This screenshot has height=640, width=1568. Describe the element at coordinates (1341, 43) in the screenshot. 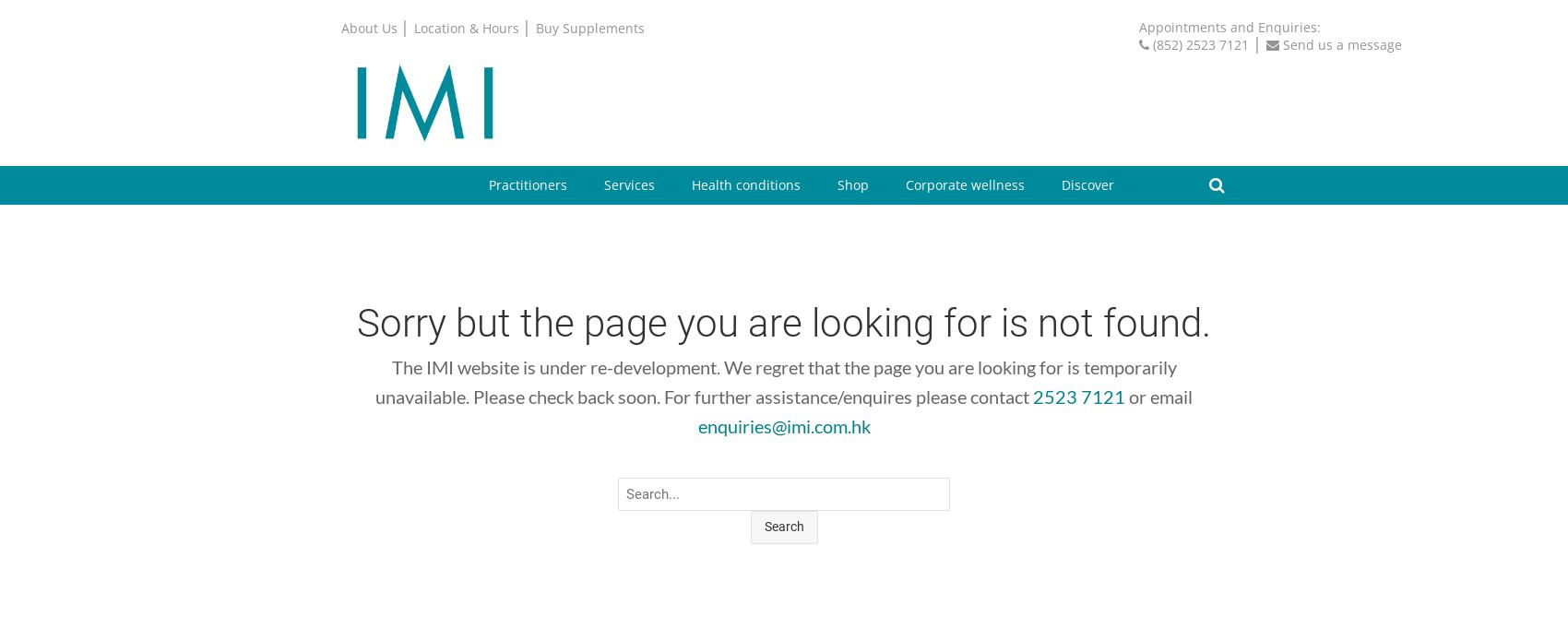

I see `'Send us a message'` at that location.